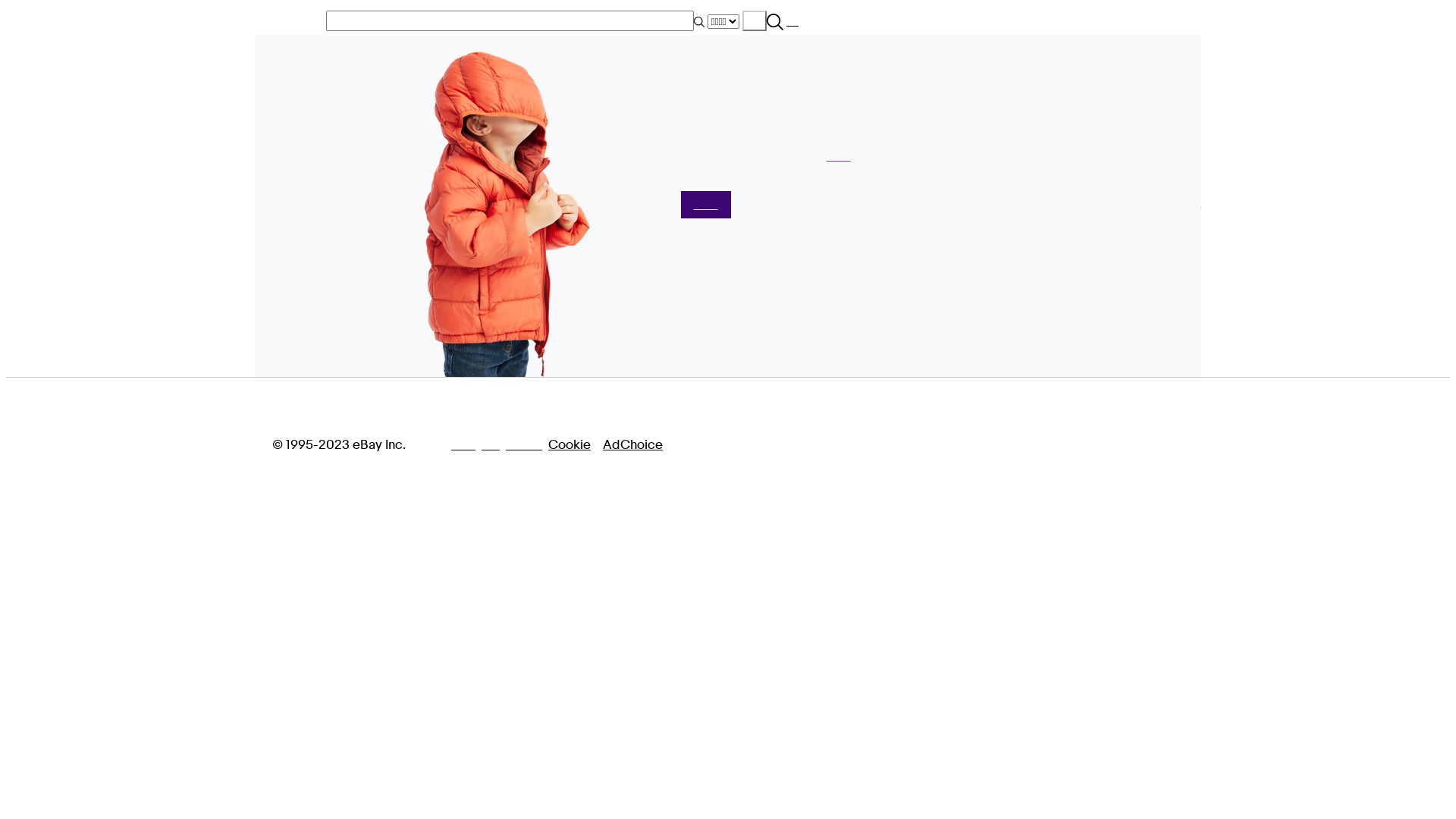 The height and width of the screenshot is (819, 1456). What do you see at coordinates (548, 444) in the screenshot?
I see `'Cookie'` at bounding box center [548, 444].